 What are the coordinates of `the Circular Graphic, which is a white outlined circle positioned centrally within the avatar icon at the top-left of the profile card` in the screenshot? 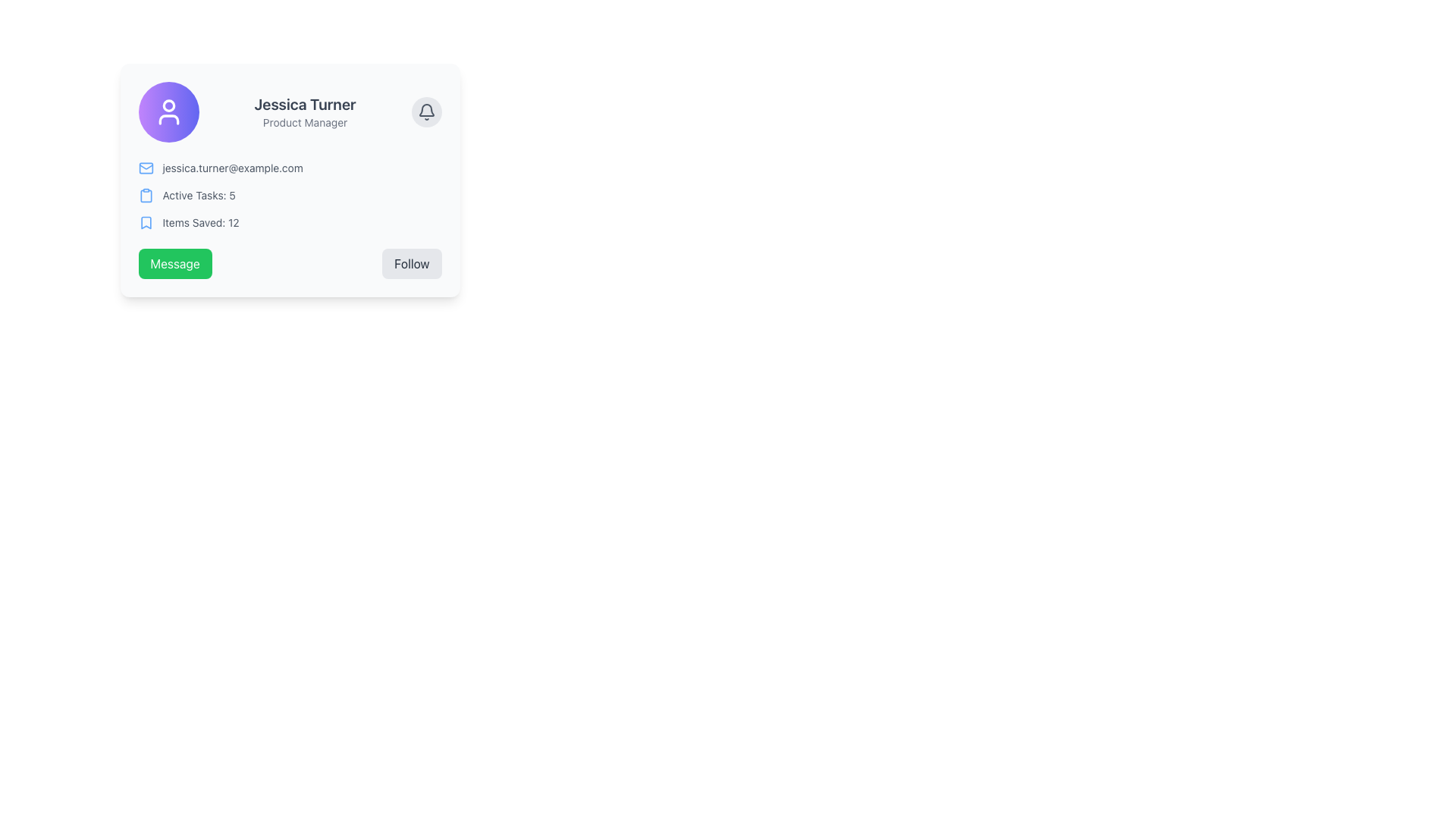 It's located at (168, 105).